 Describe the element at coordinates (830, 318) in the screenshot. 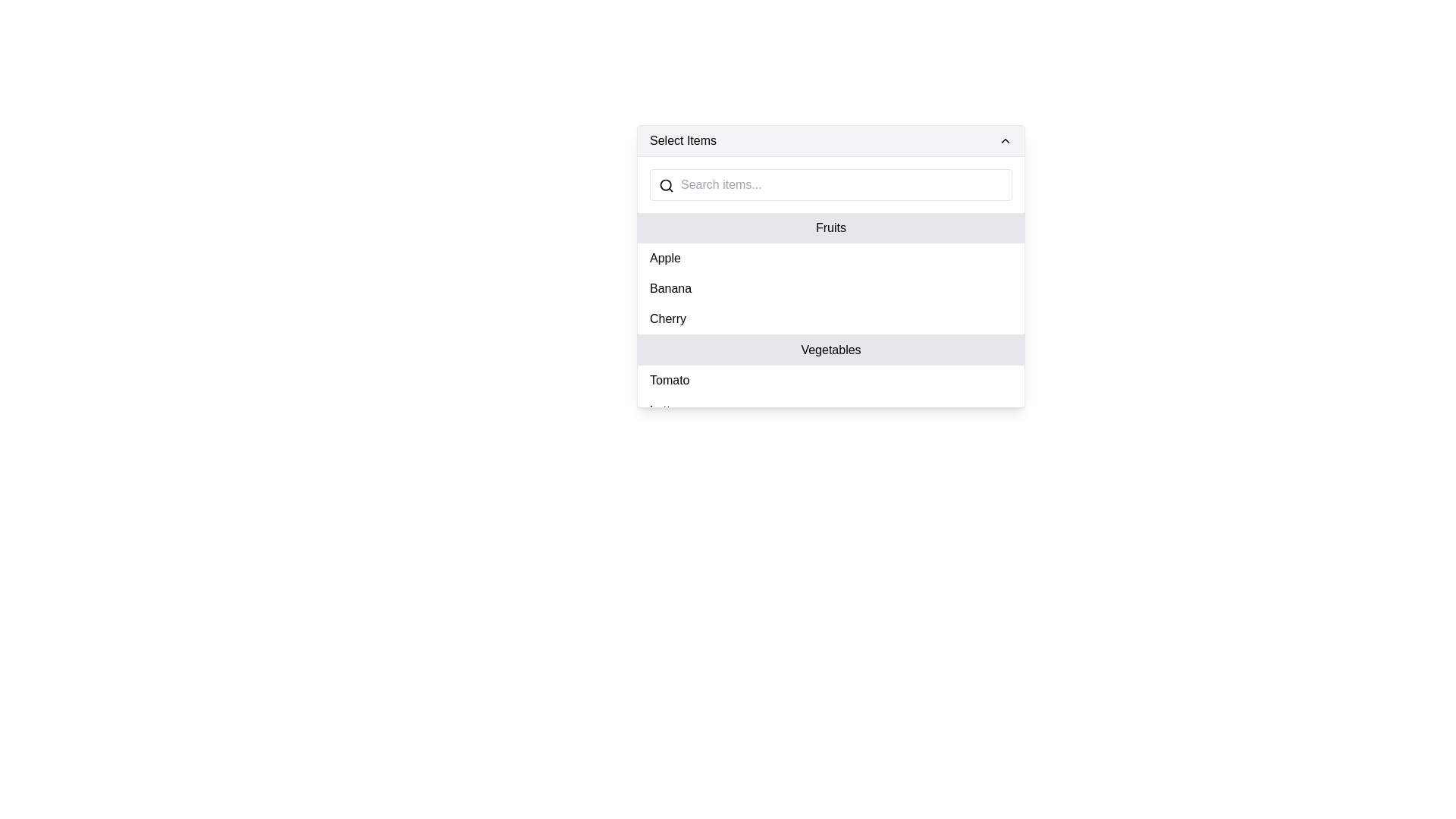

I see `the selectable list item labeled 'Cherry' in the dropdown menu for navigation` at that location.